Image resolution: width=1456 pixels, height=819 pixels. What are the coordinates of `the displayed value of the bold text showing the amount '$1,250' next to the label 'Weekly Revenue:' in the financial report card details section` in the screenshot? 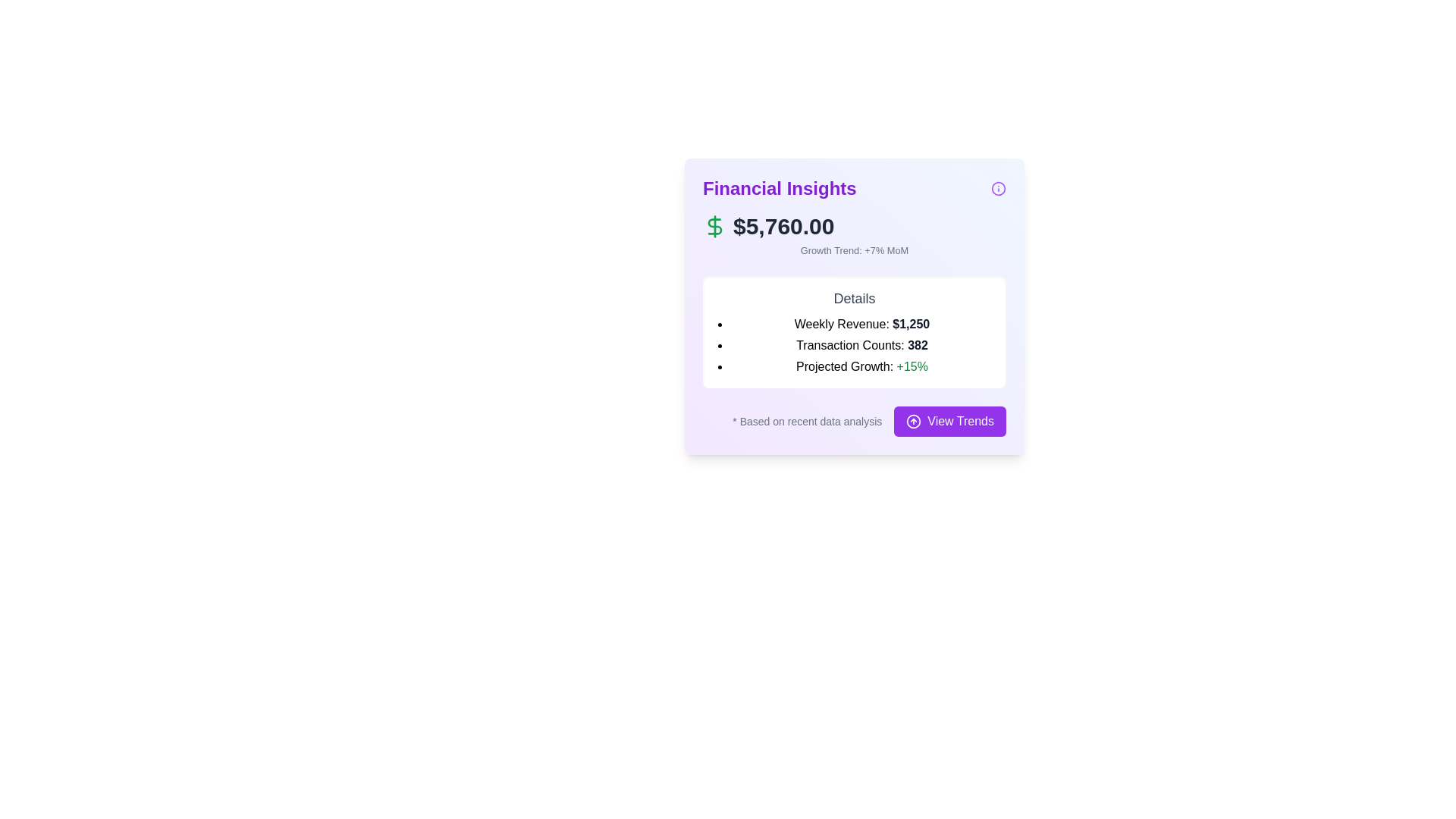 It's located at (910, 323).